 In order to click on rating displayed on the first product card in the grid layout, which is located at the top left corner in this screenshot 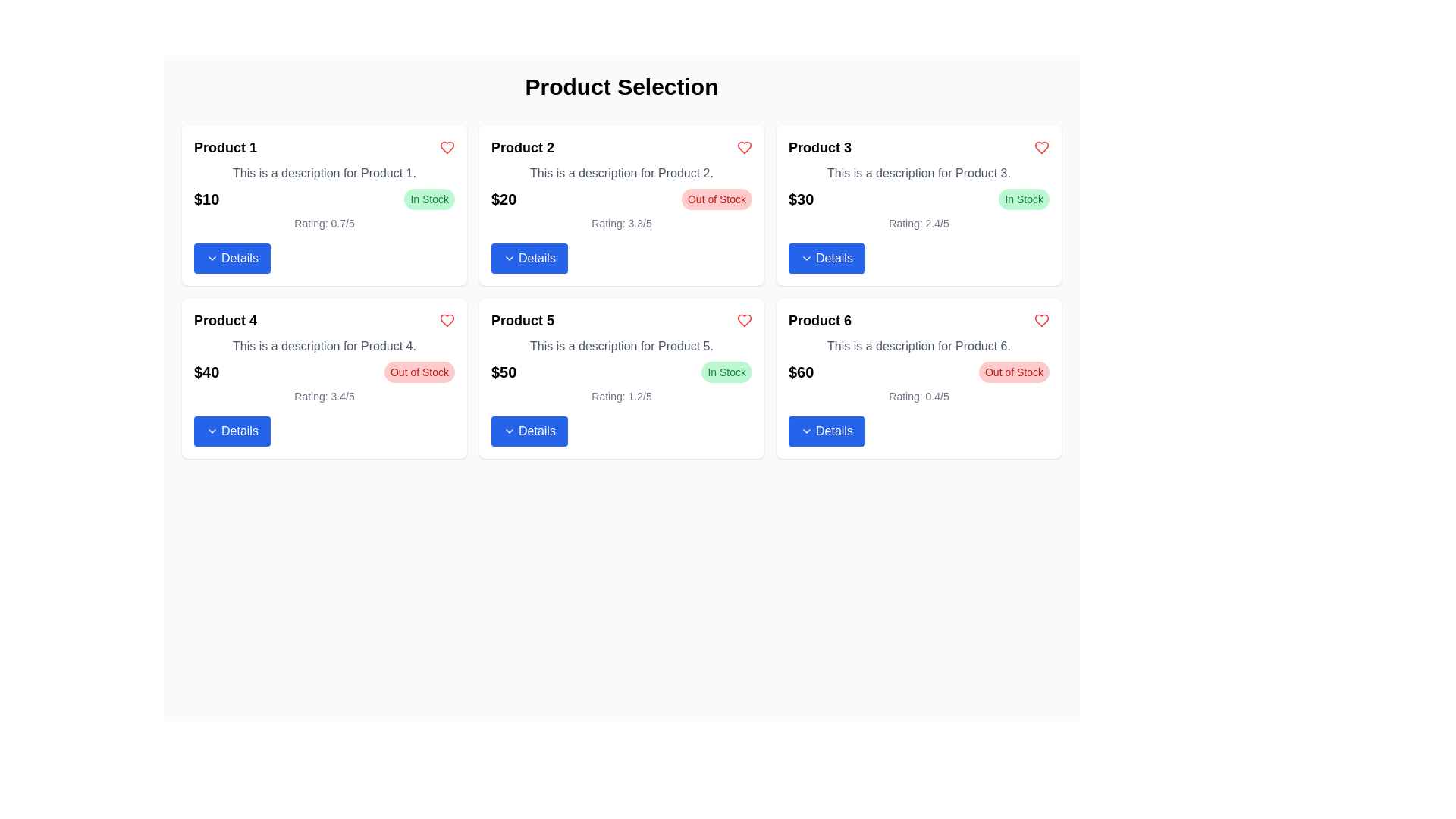, I will do `click(323, 205)`.